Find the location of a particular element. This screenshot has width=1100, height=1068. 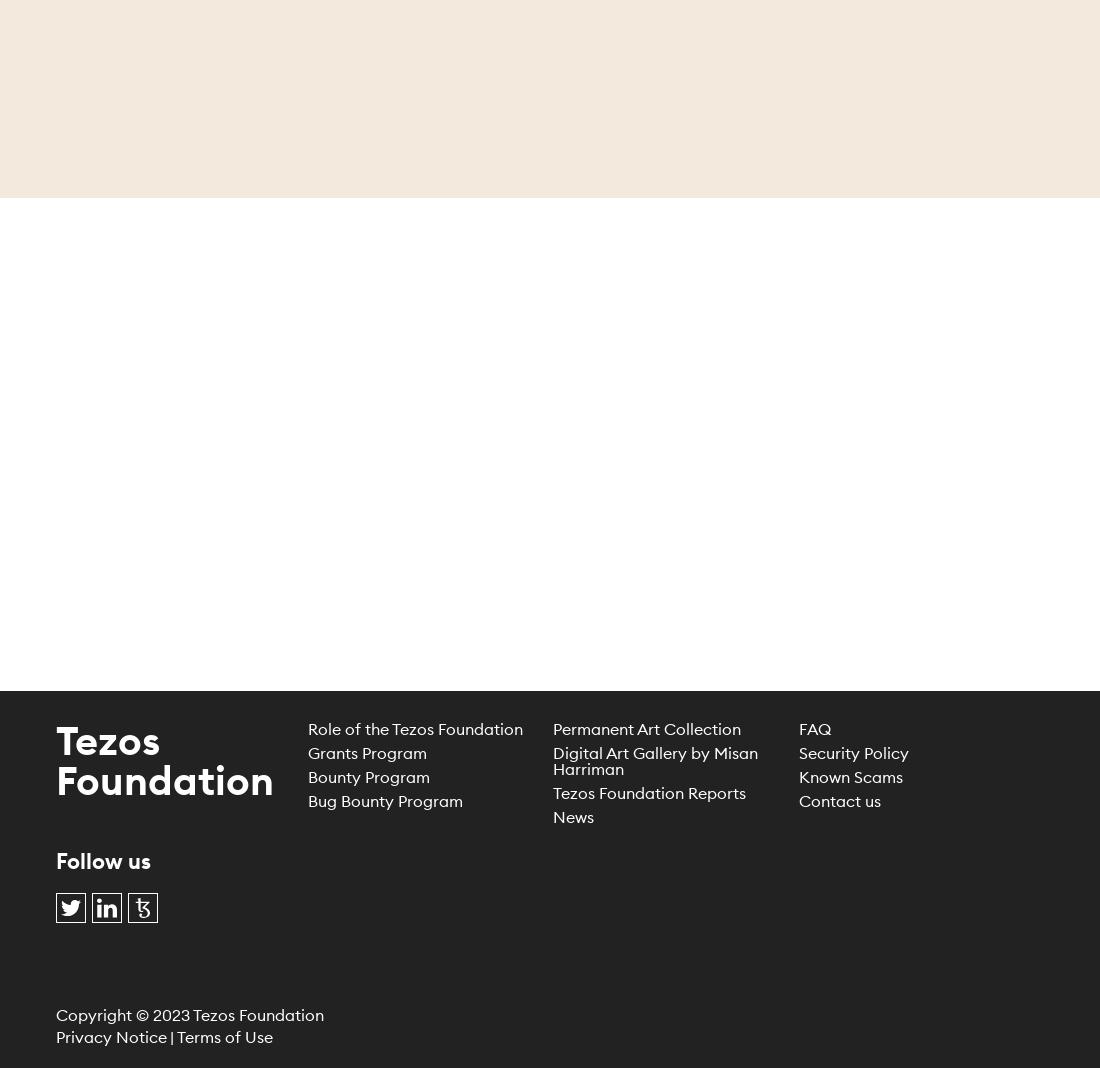

'Bounty Program' is located at coordinates (306, 776).